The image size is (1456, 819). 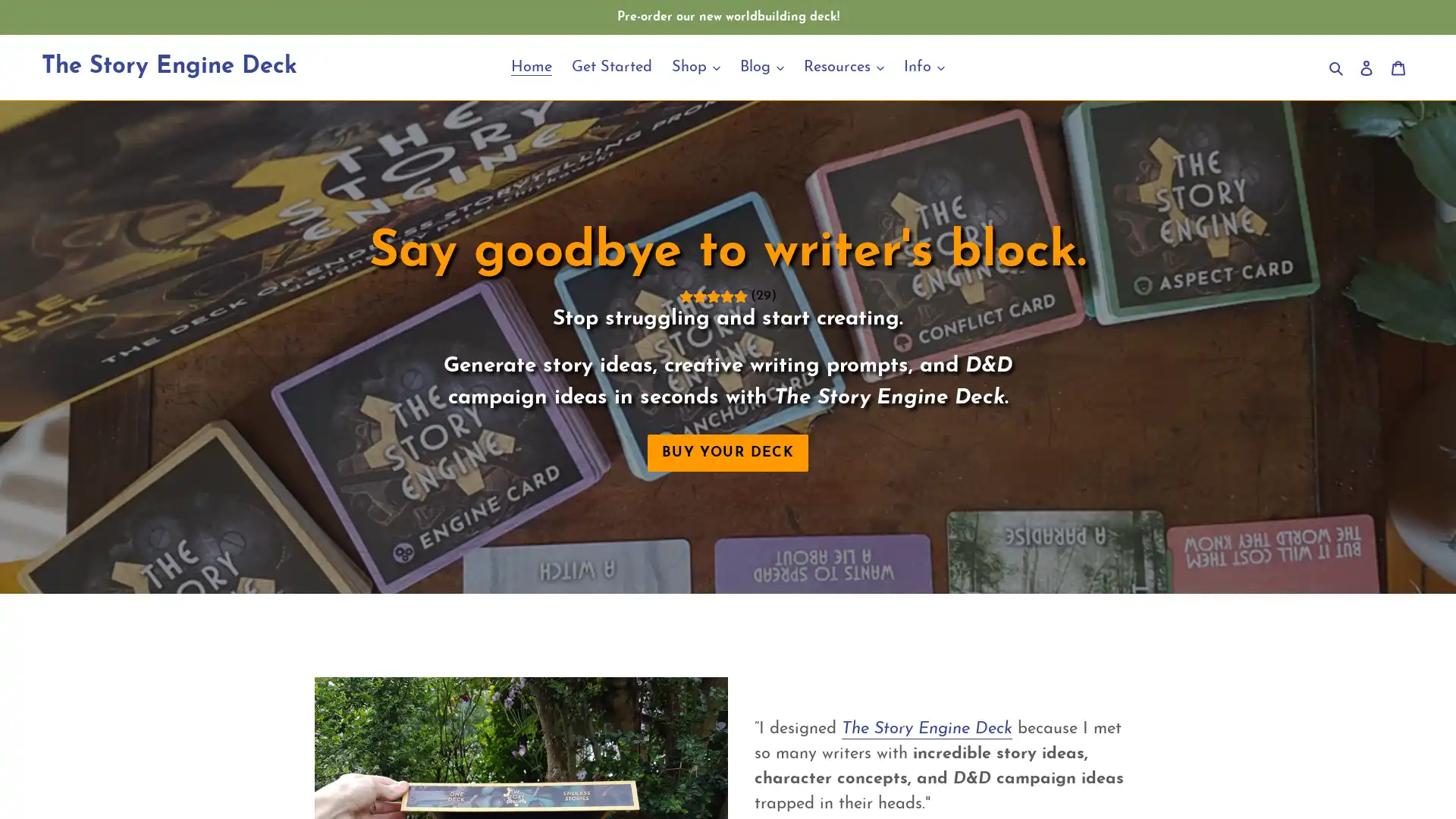 I want to click on Blog, so click(x=761, y=66).